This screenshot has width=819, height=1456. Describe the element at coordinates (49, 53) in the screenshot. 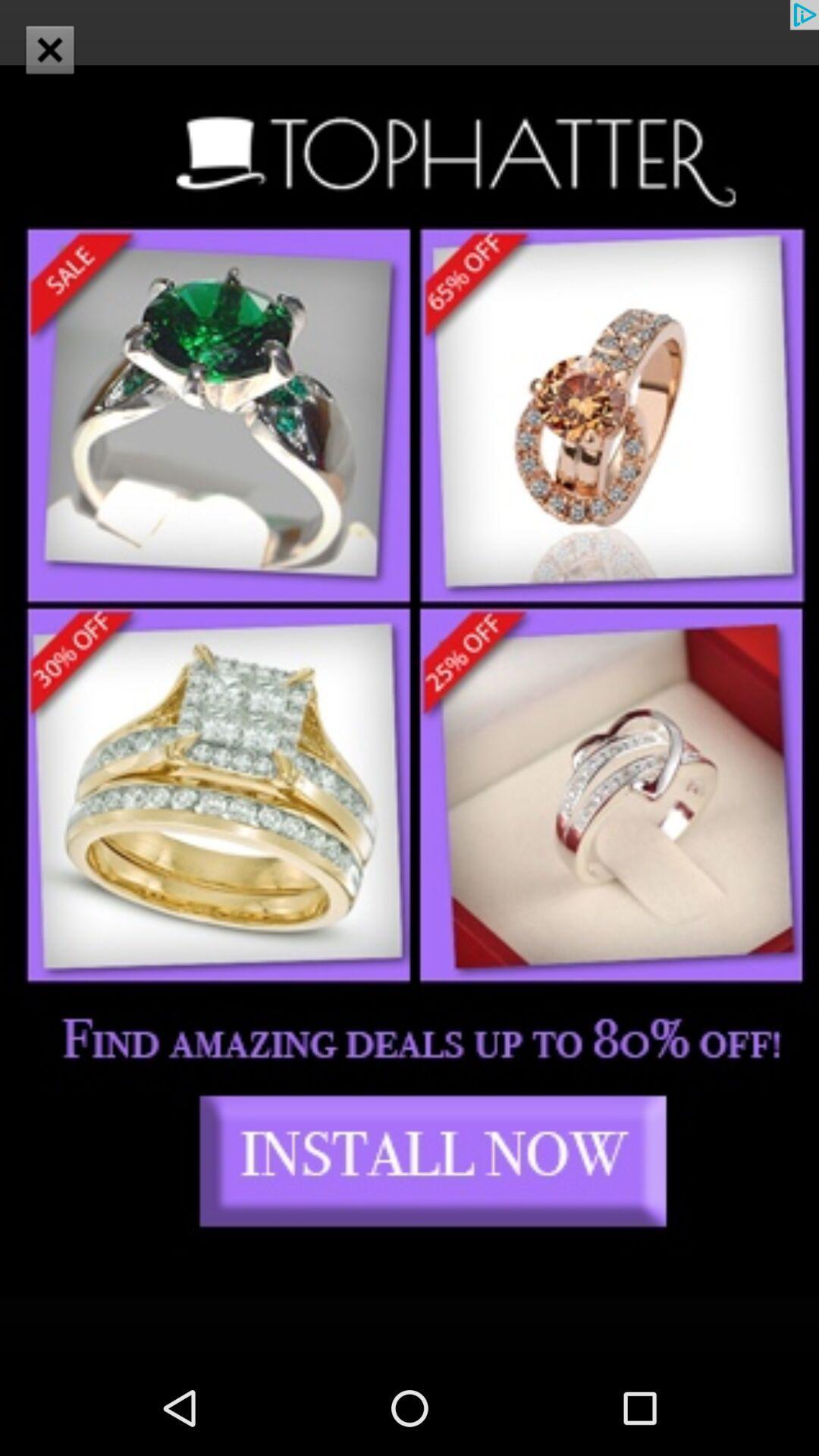

I see `the close icon` at that location.